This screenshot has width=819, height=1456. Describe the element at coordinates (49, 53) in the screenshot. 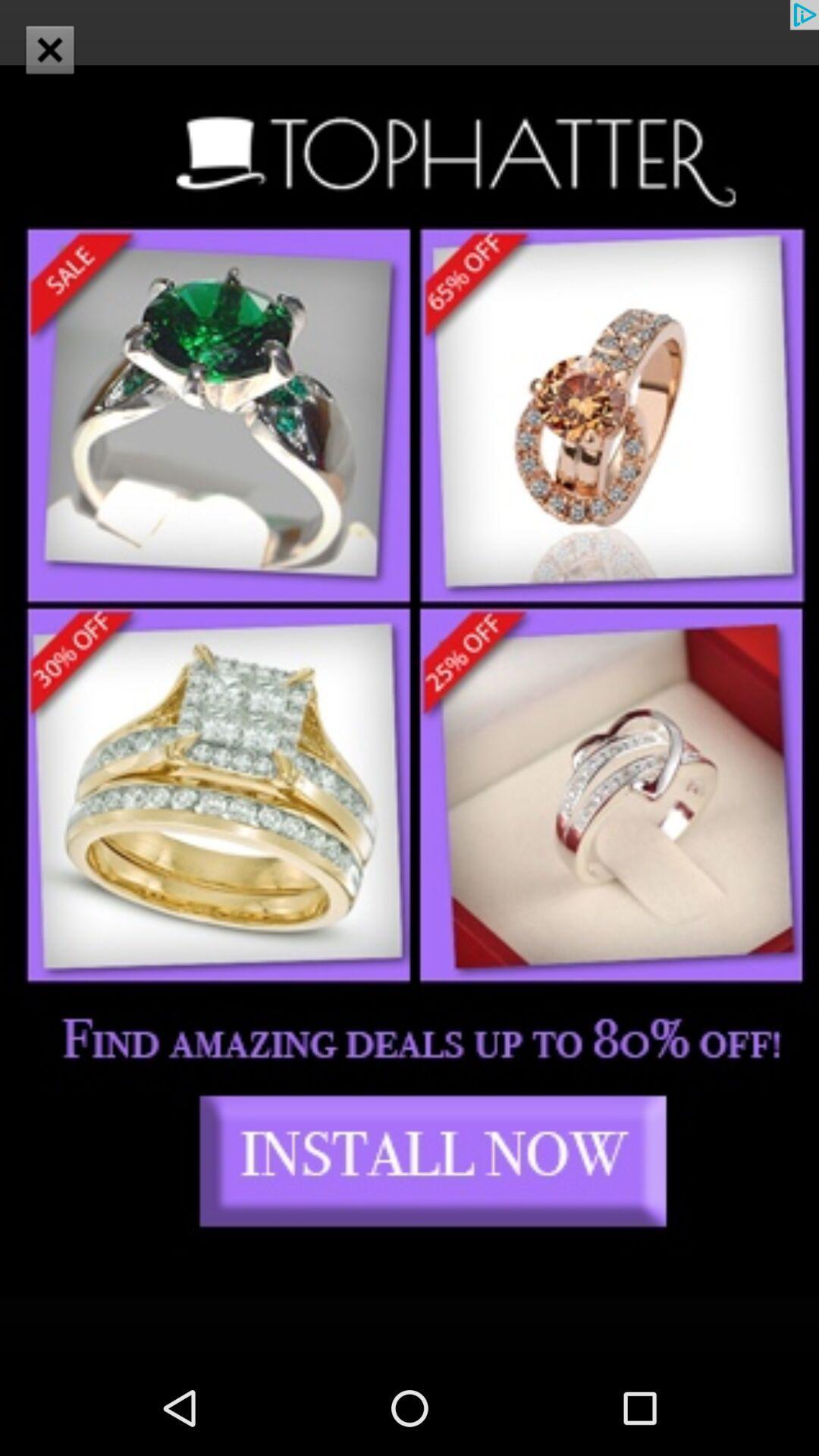

I see `the close icon` at that location.